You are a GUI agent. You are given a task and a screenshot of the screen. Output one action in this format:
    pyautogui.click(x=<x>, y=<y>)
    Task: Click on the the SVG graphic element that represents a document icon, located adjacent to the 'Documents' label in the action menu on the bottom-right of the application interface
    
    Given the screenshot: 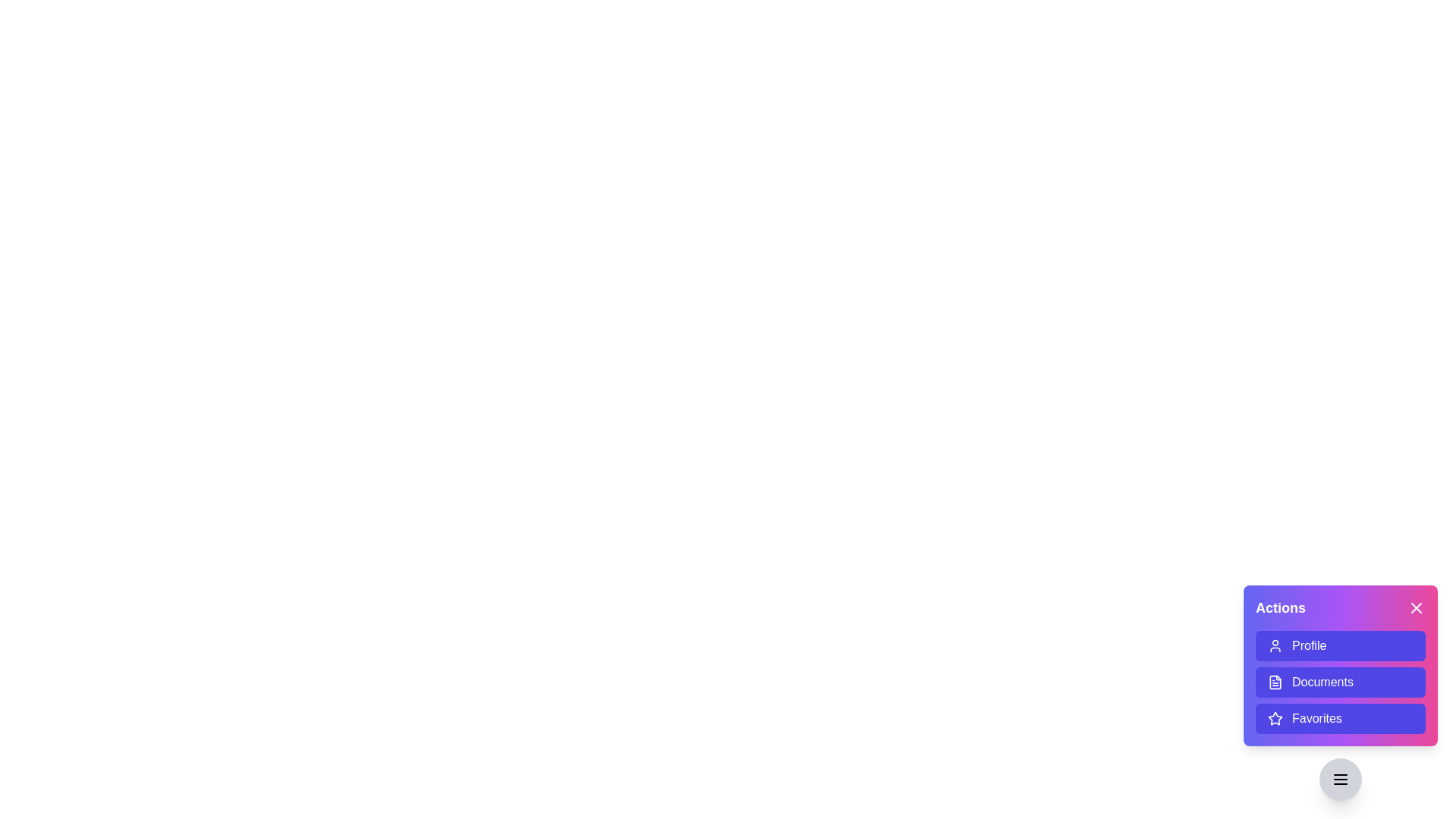 What is the action you would take?
    pyautogui.click(x=1274, y=681)
    